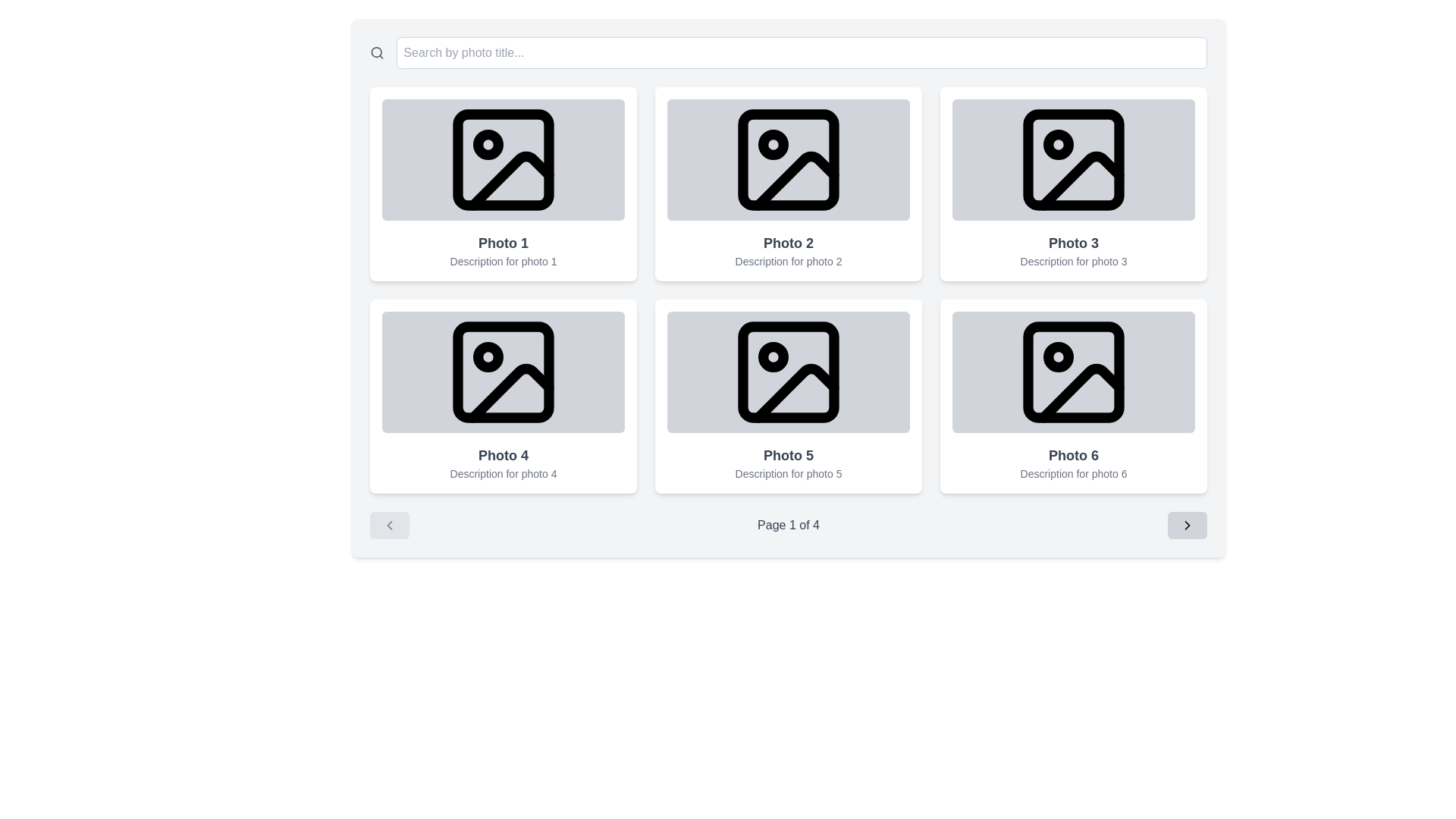  Describe the element at coordinates (389, 525) in the screenshot. I see `the left-facing chevron arrow icon` at that location.